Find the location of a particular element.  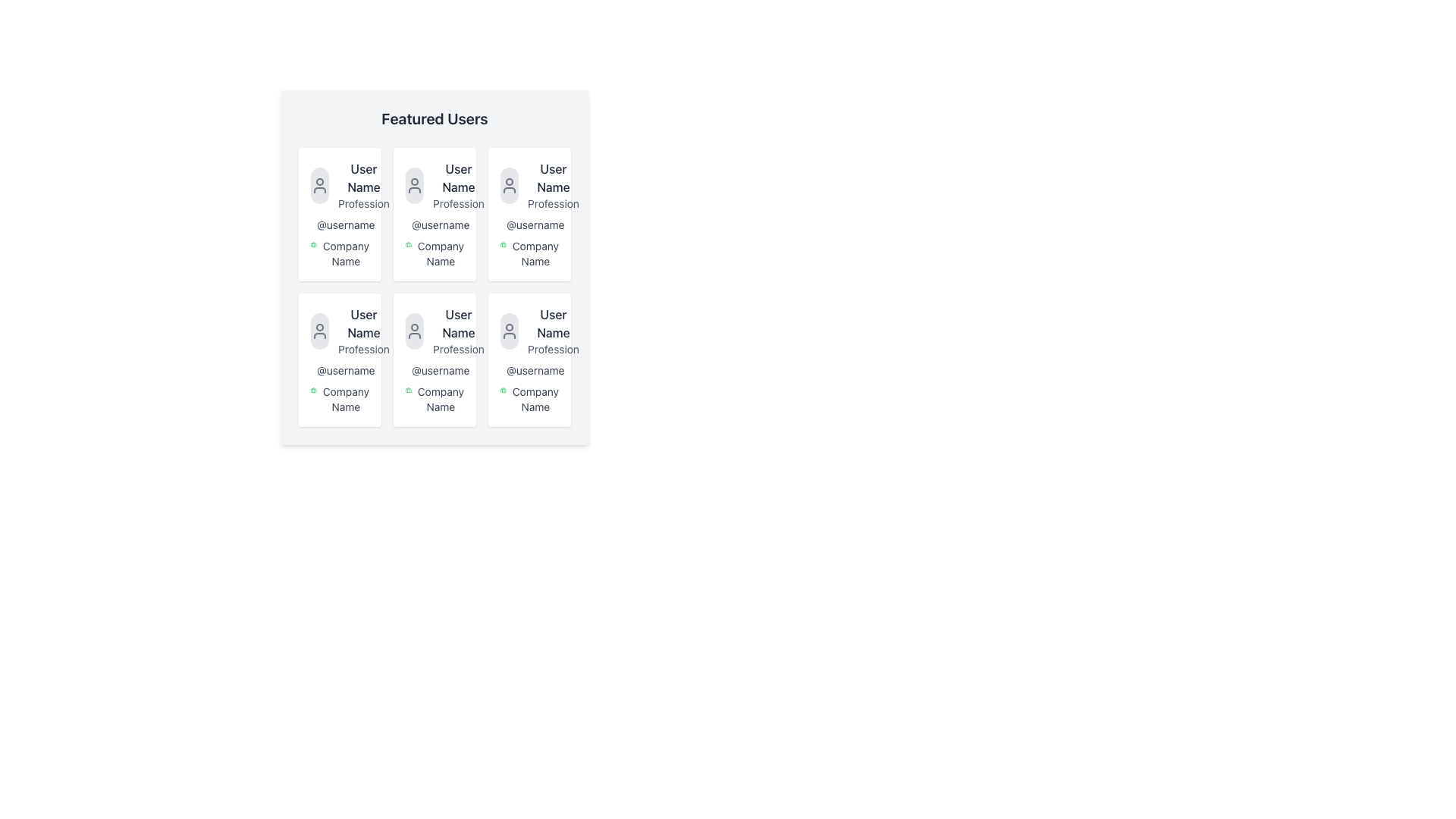

the static text label 'User Name' in the second row, second column card of the 'Featured Users' section is located at coordinates (457, 323).